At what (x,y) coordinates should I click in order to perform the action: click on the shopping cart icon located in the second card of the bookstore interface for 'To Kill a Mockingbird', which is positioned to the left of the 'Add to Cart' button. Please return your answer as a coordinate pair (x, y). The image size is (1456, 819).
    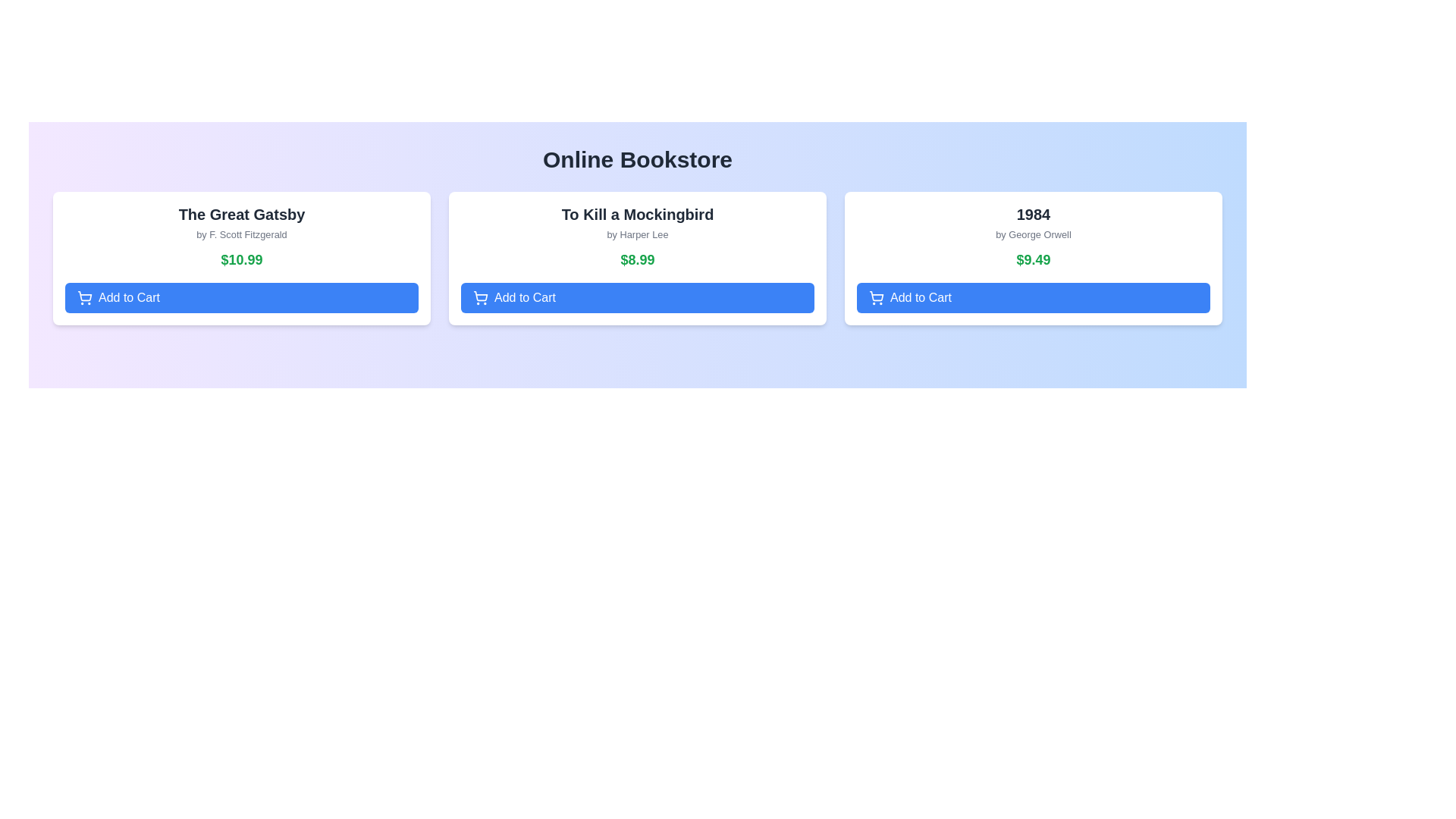
    Looking at the image, I should click on (479, 296).